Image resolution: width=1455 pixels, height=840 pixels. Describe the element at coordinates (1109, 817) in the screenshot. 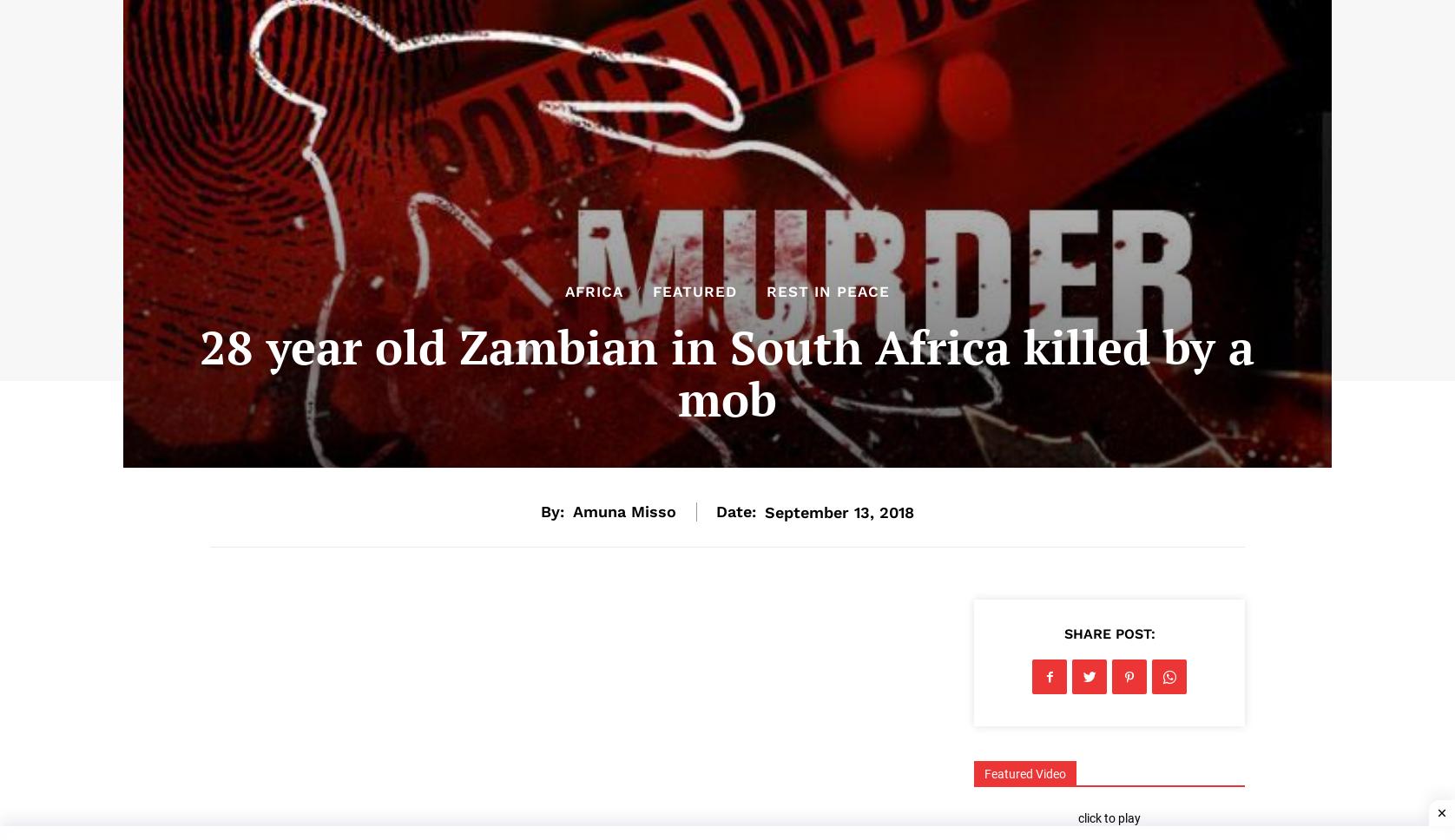

I see `'click to play'` at that location.